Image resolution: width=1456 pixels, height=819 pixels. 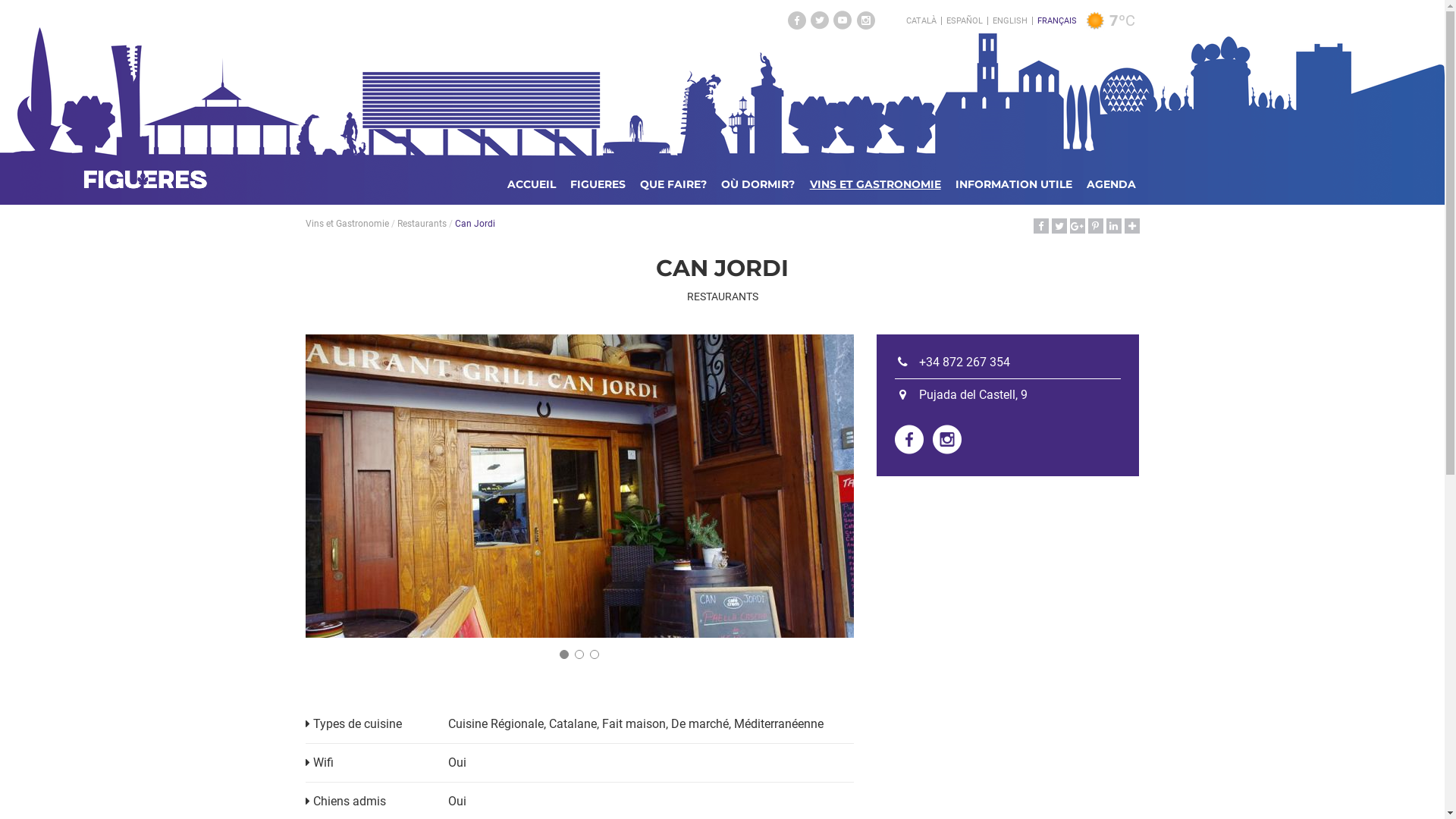 I want to click on 'Vins et Gastronomie', so click(x=345, y=223).